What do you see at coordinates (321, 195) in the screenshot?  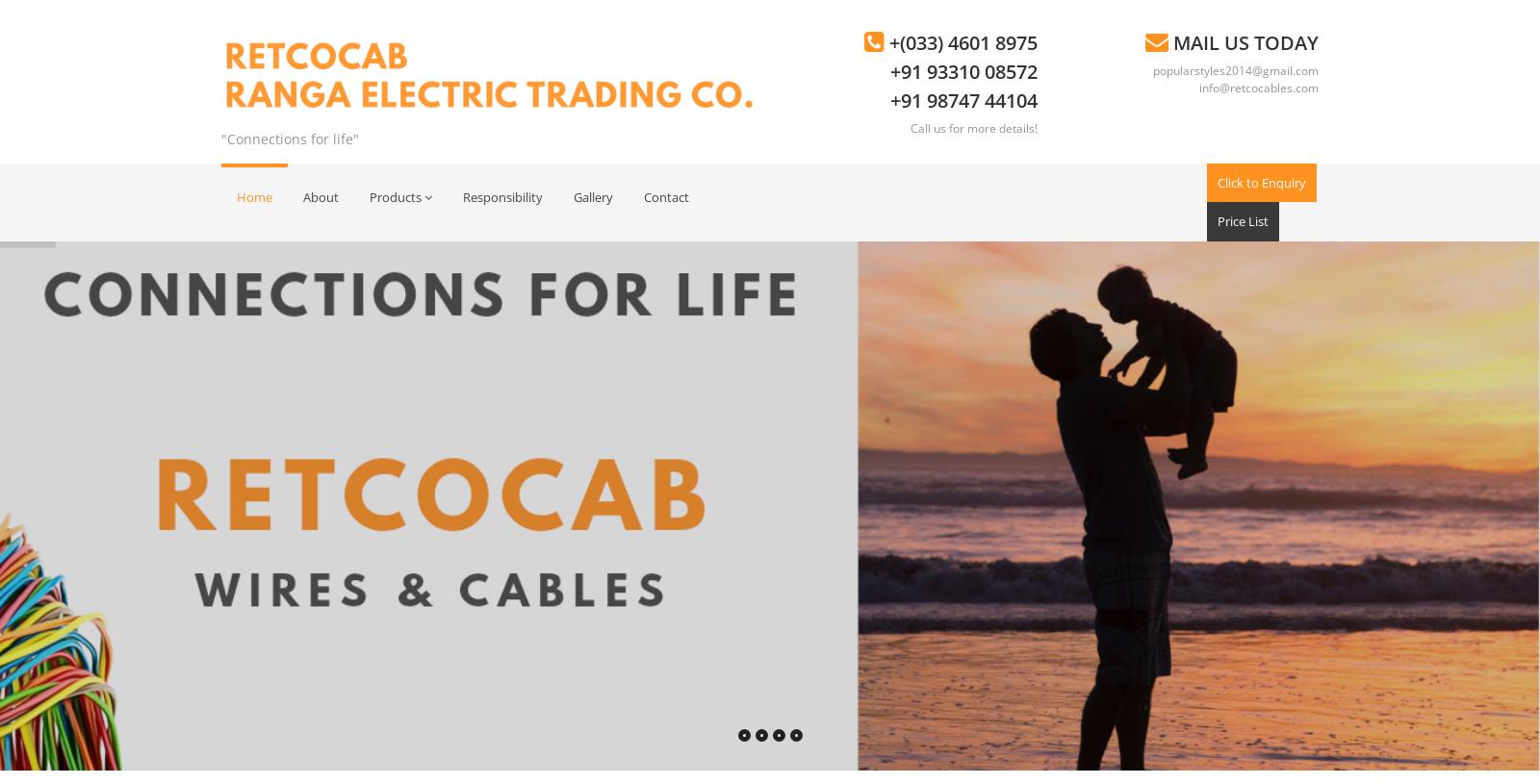 I see `'About'` at bounding box center [321, 195].